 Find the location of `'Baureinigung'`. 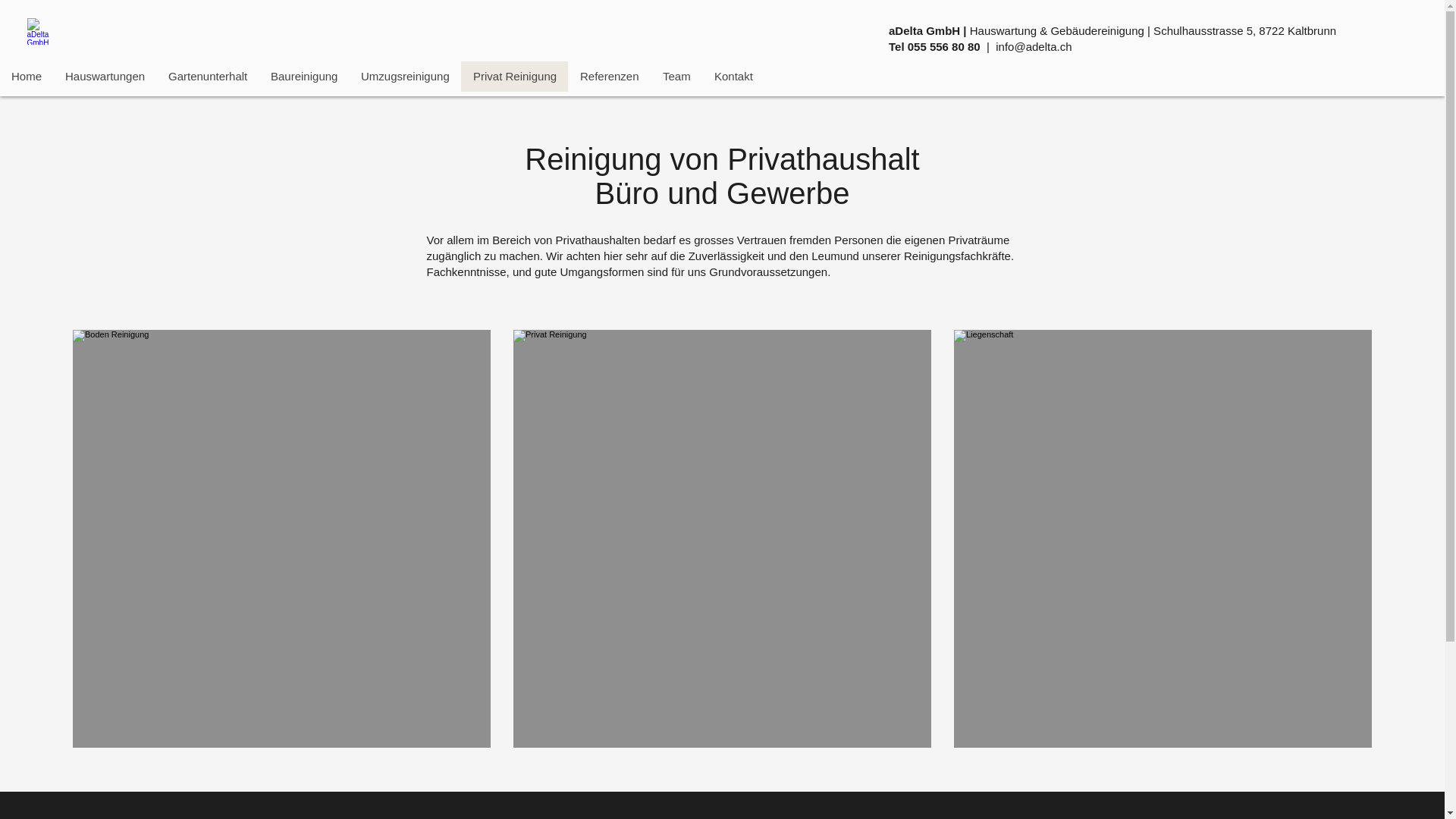

'Baureinigung' is located at coordinates (303, 76).